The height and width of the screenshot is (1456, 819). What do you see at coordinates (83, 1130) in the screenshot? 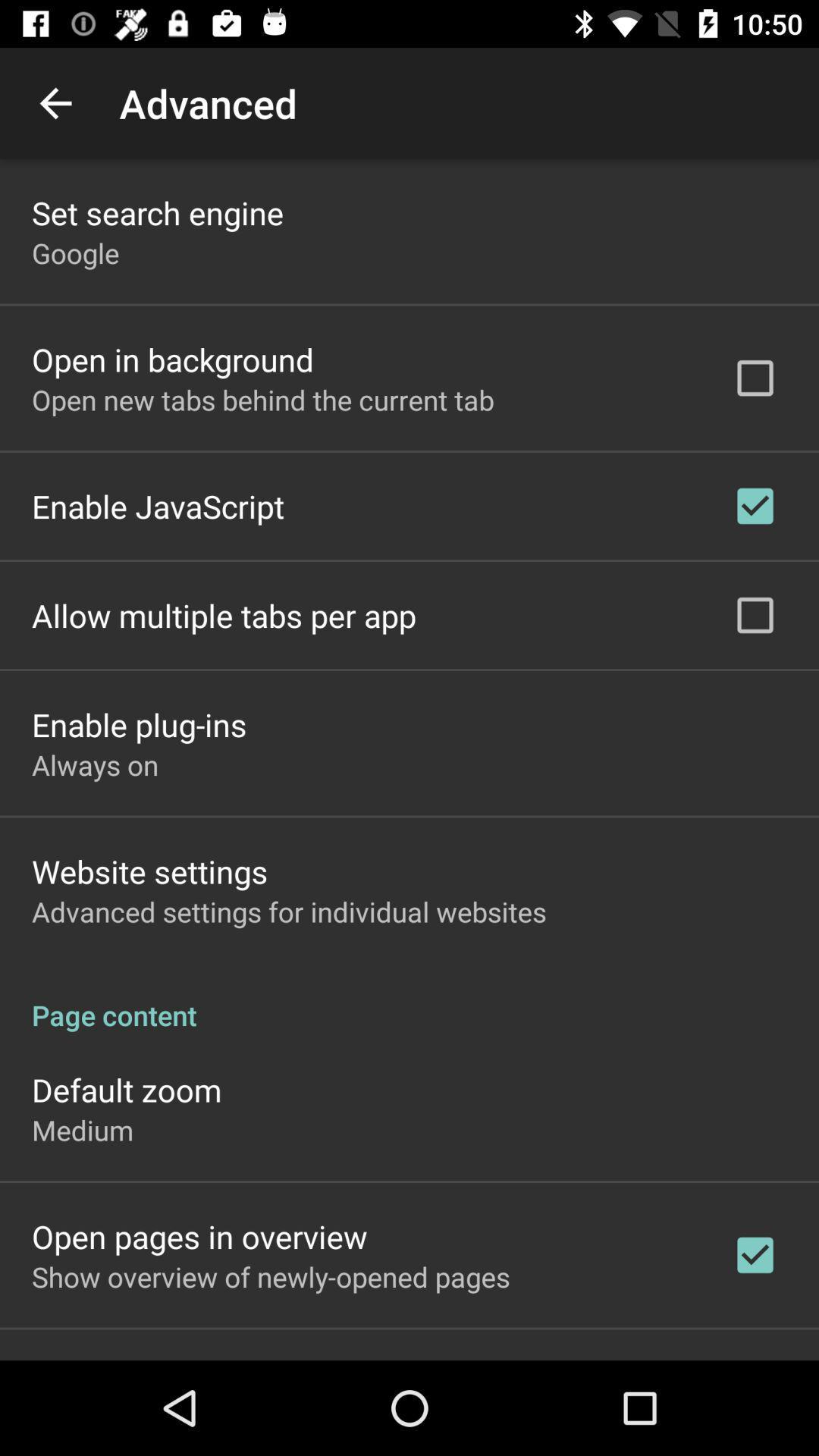
I see `the icon below default zoom` at bounding box center [83, 1130].